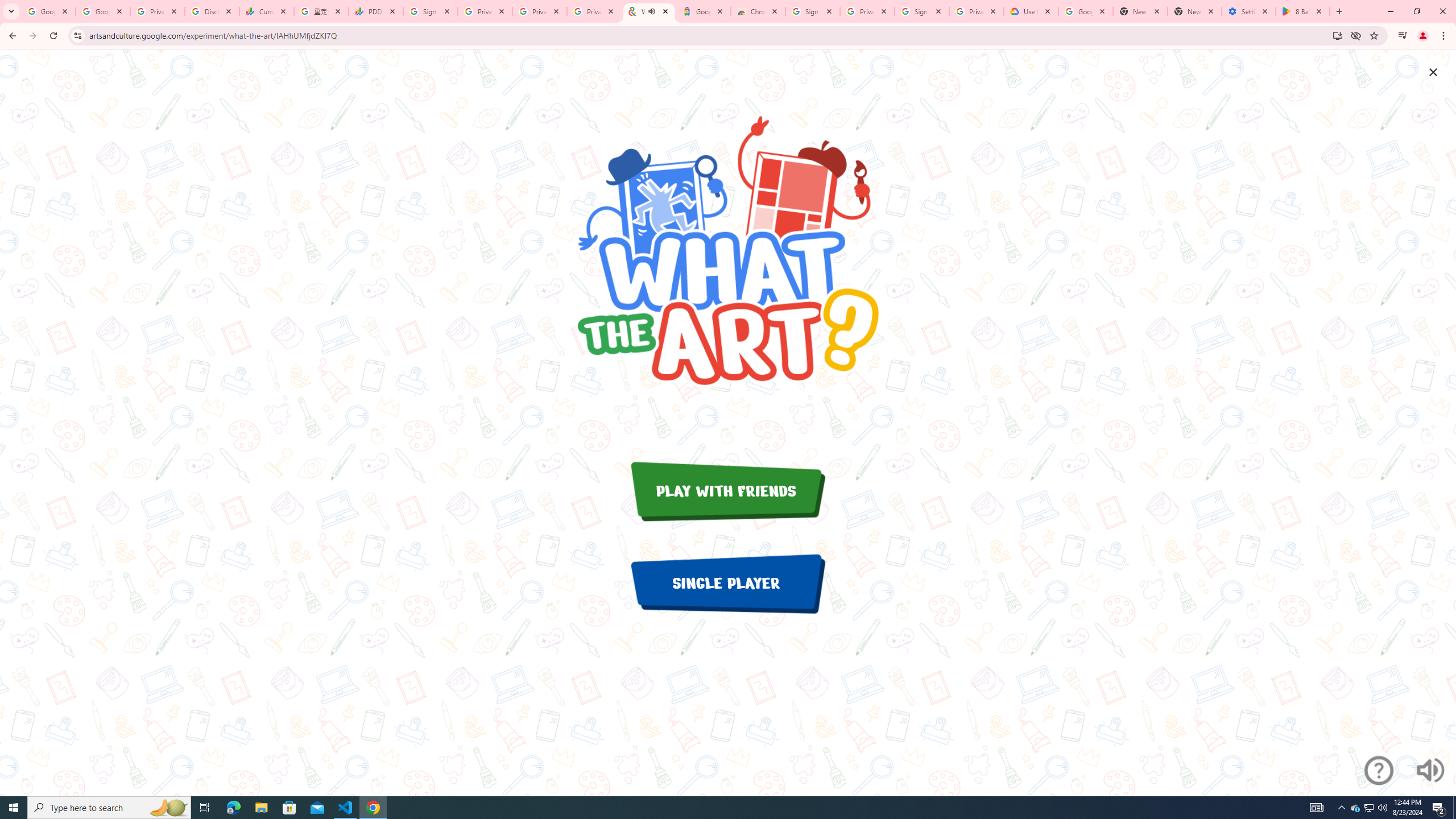  What do you see at coordinates (375, 11) in the screenshot?
I see `'PDD Holdings Inc - ADR (PDD) Price & News - Google Finance'` at bounding box center [375, 11].